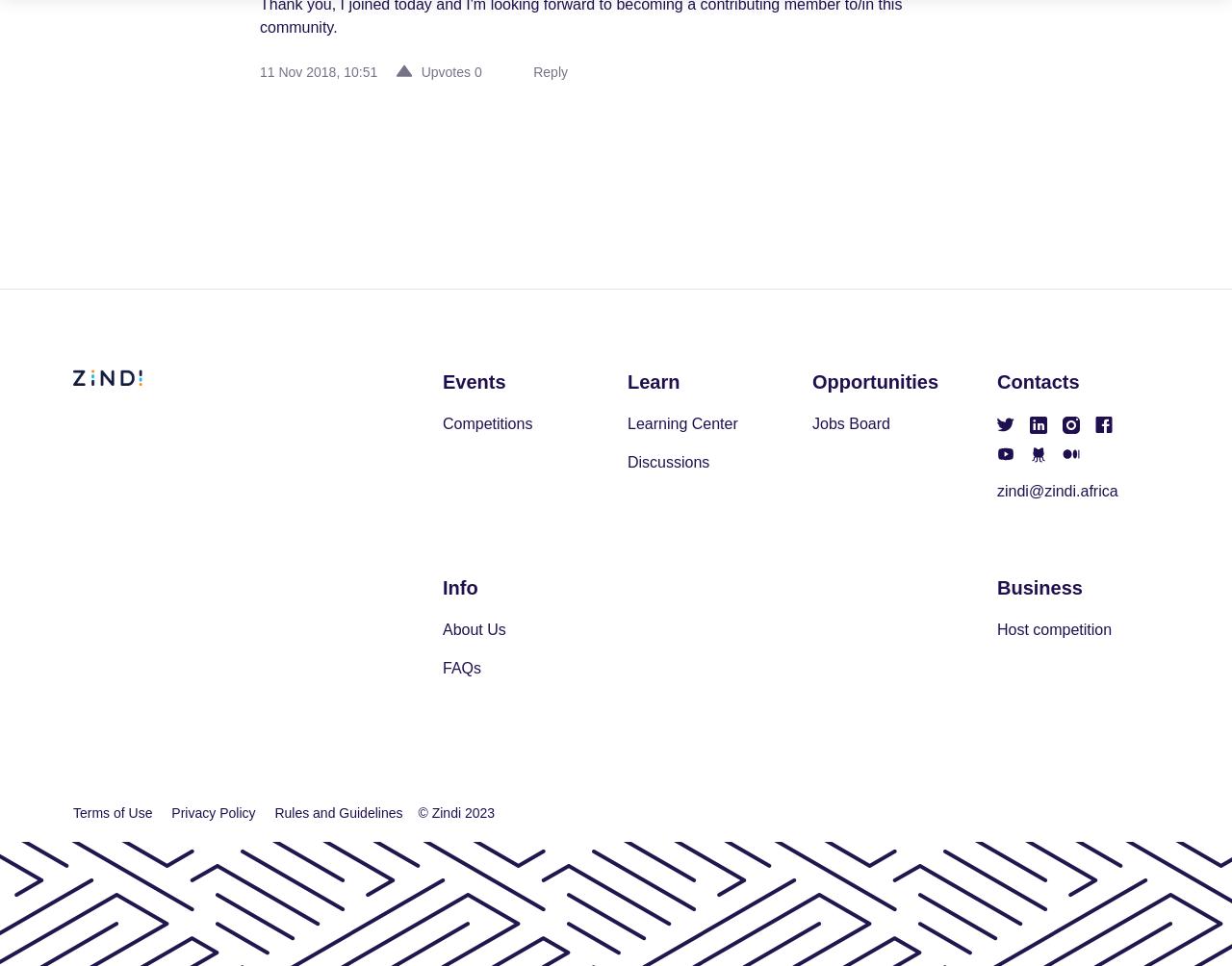 This screenshot has width=1232, height=966. I want to click on 'Info', so click(458, 588).